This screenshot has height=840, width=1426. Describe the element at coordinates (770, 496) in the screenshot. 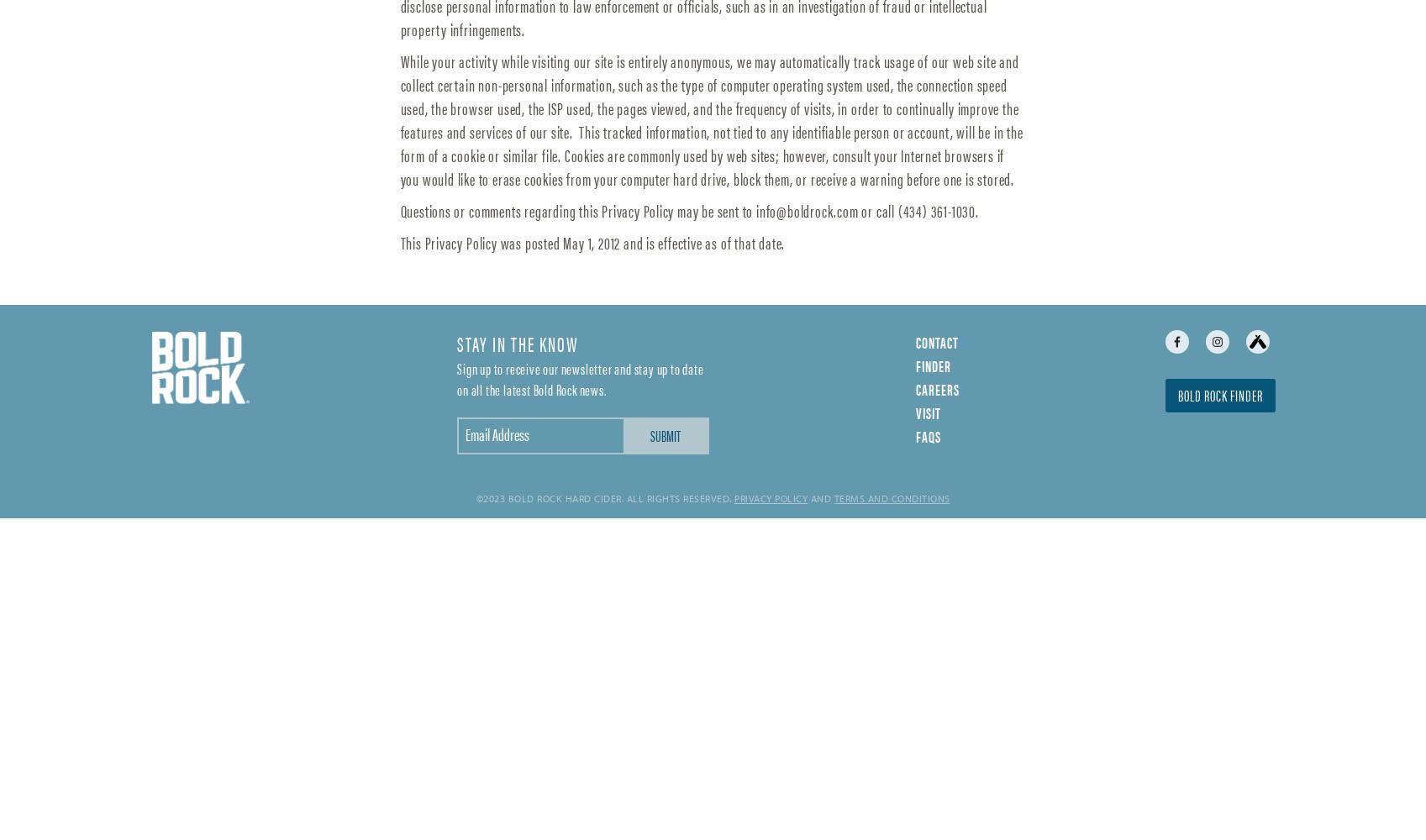

I see `'Privacy Policy'` at that location.